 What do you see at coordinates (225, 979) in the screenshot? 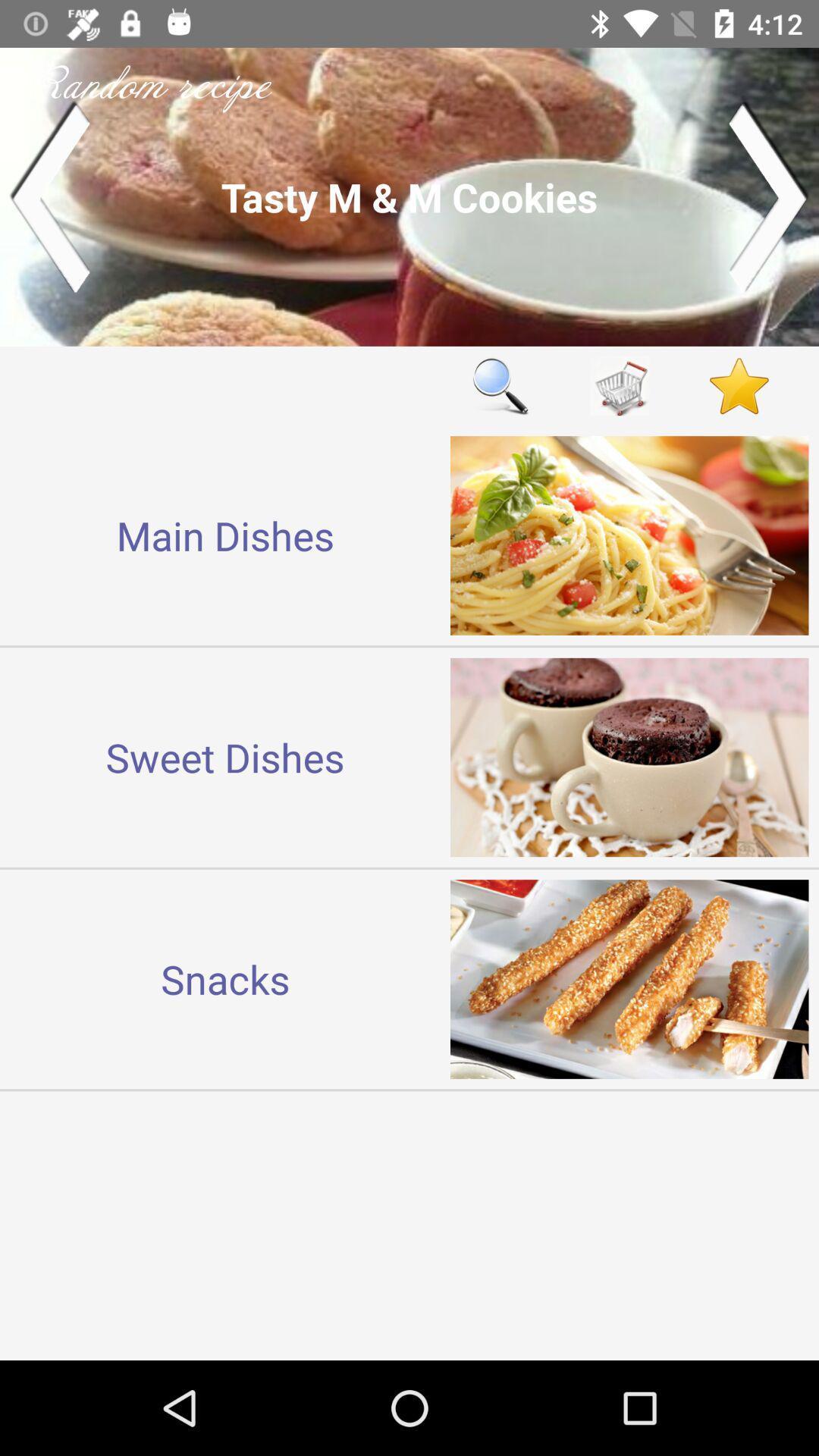
I see `the snacks` at bounding box center [225, 979].